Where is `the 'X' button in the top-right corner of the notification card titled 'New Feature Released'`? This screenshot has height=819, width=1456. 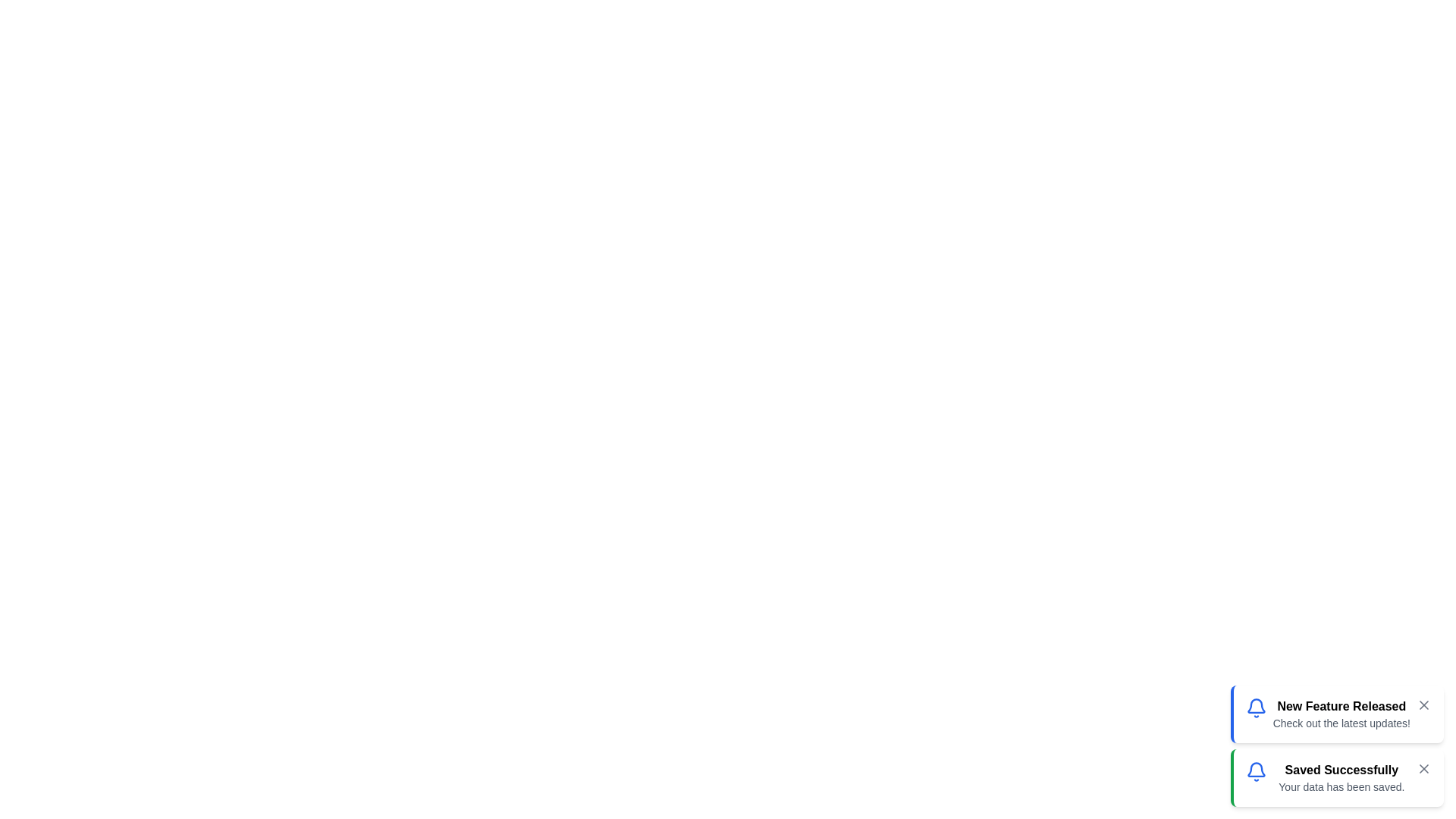 the 'X' button in the top-right corner of the notification card titled 'New Feature Released' is located at coordinates (1423, 704).